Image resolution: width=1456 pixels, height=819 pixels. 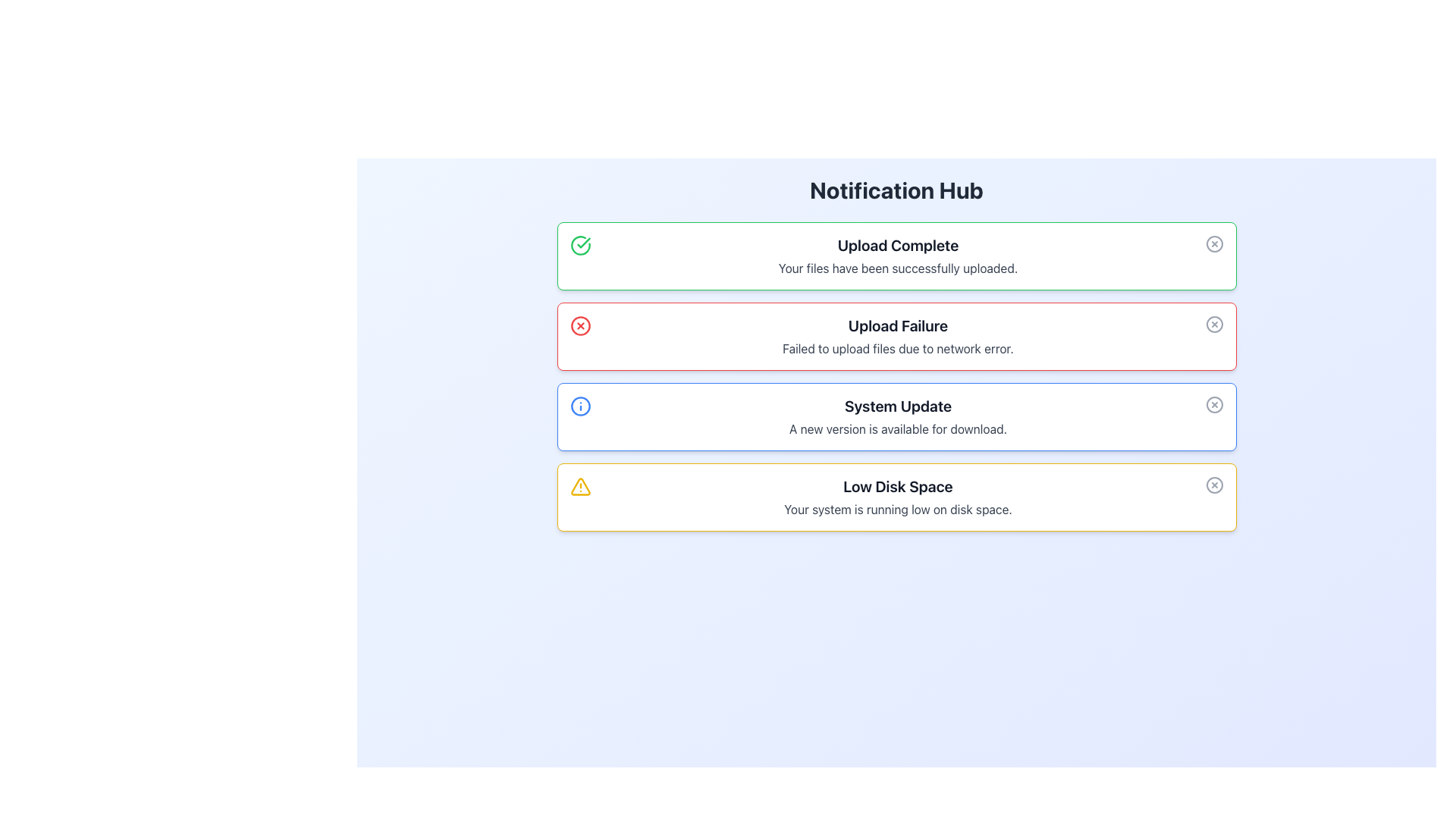 I want to click on static notification message indicating successful completion of a file upload, which is the first notification under the 'Notification Hub' heading, so click(x=898, y=256).